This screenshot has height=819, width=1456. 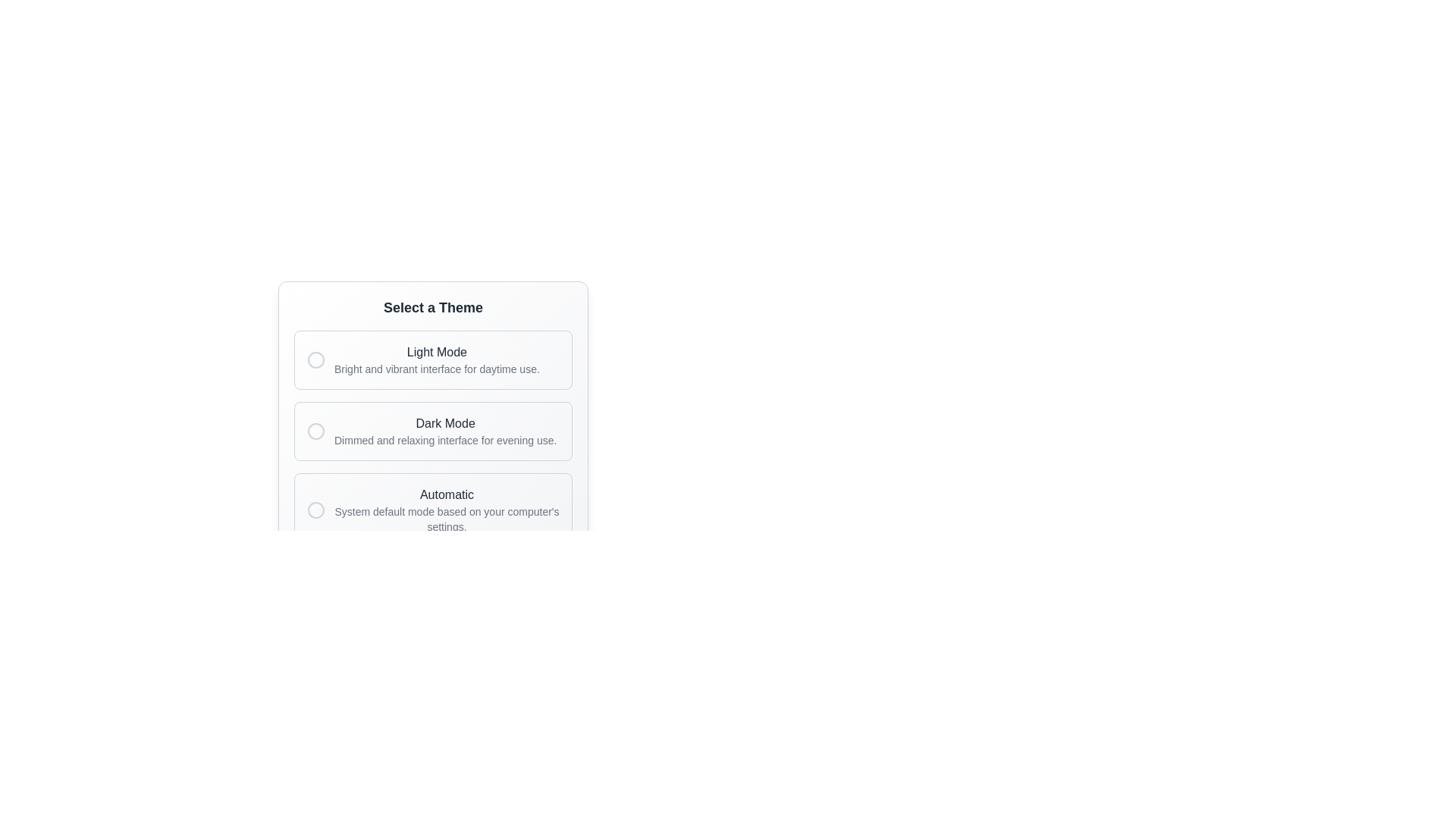 What do you see at coordinates (444, 441) in the screenshot?
I see `the descriptive caption text label that provides additional information about the 'Dark Mode' option, located directly under the 'Dark Mode' text` at bounding box center [444, 441].